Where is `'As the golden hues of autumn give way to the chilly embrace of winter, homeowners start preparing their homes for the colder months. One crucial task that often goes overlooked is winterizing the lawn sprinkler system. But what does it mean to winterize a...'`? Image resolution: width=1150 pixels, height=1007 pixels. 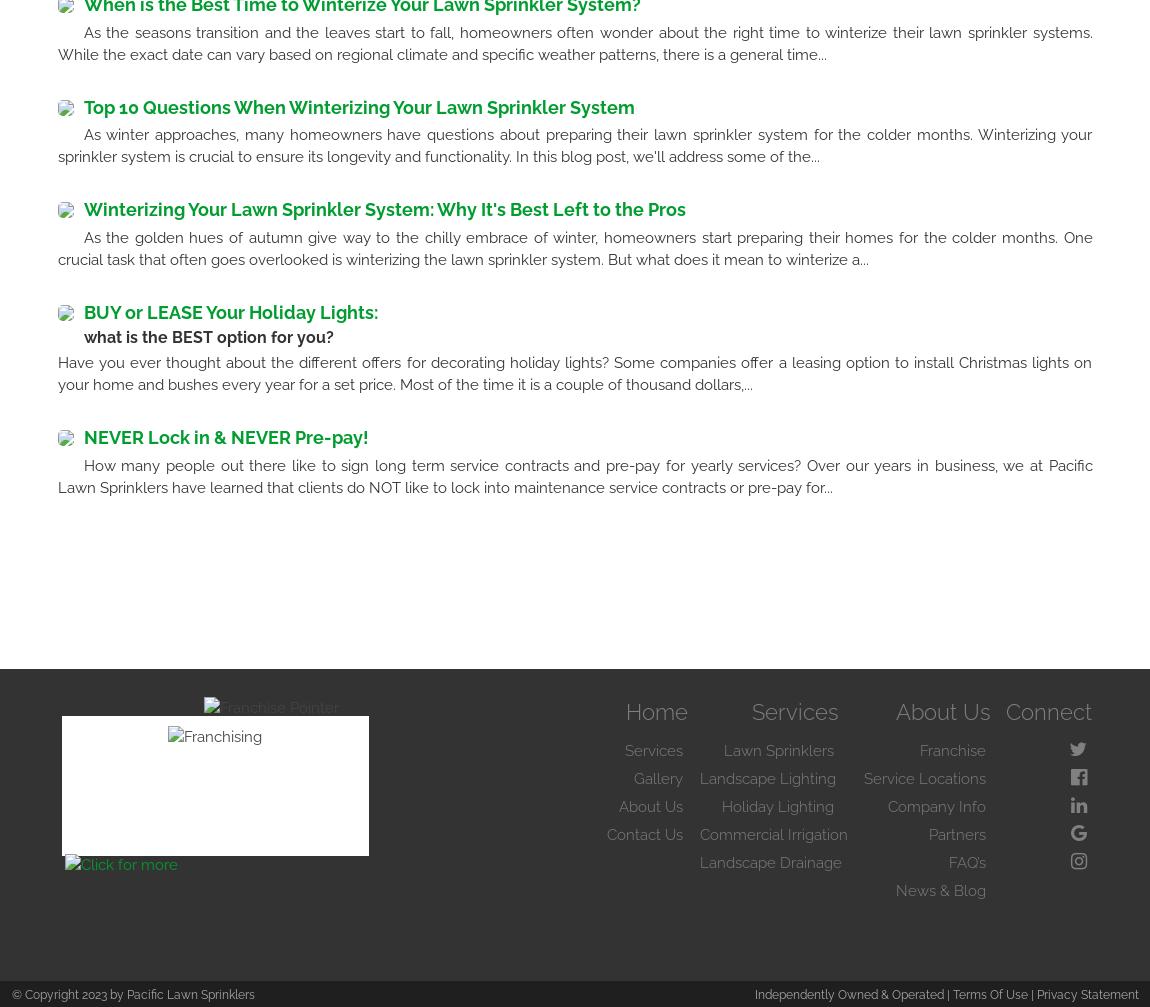
'As the golden hues of autumn give way to the chilly embrace of winter, homeowners start preparing their homes for the colder months. One crucial task that often goes overlooked is winterizing the lawn sprinkler system. But what does it mean to winterize a...' is located at coordinates (56, 248).